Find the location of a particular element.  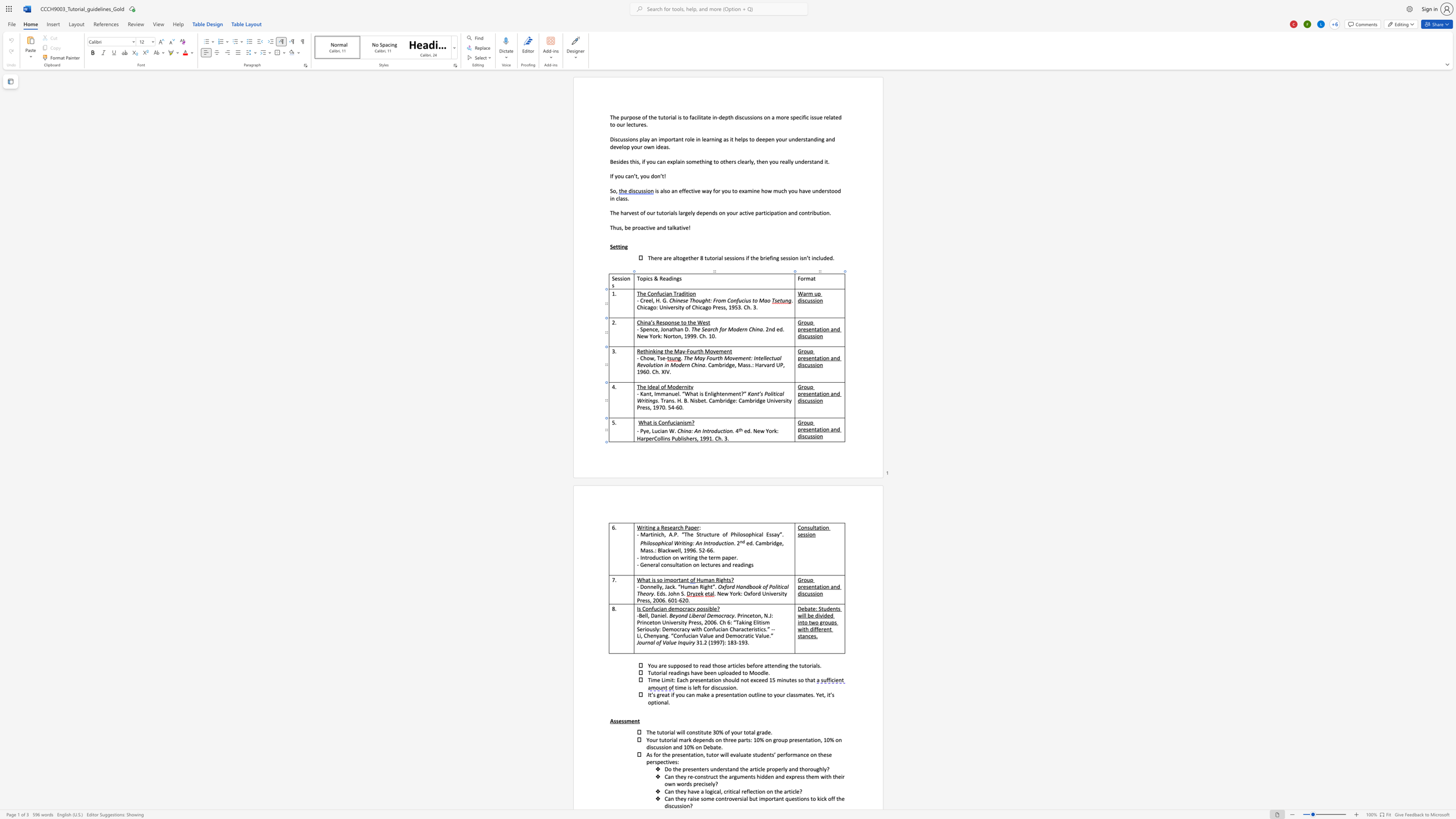

the space between the continuous character "P" and "u" in the text is located at coordinates (674, 438).